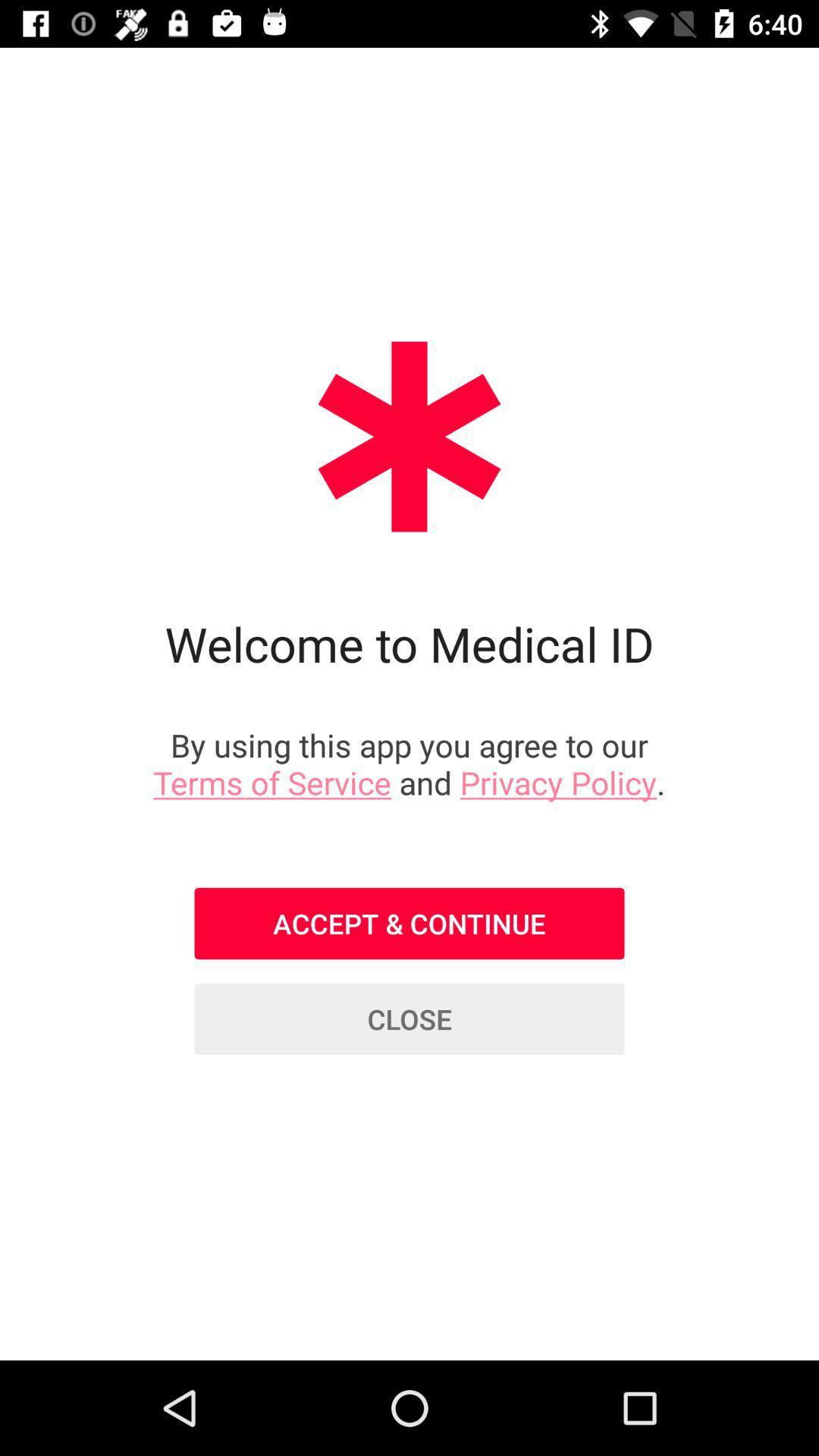  I want to click on by using this item, so click(409, 764).